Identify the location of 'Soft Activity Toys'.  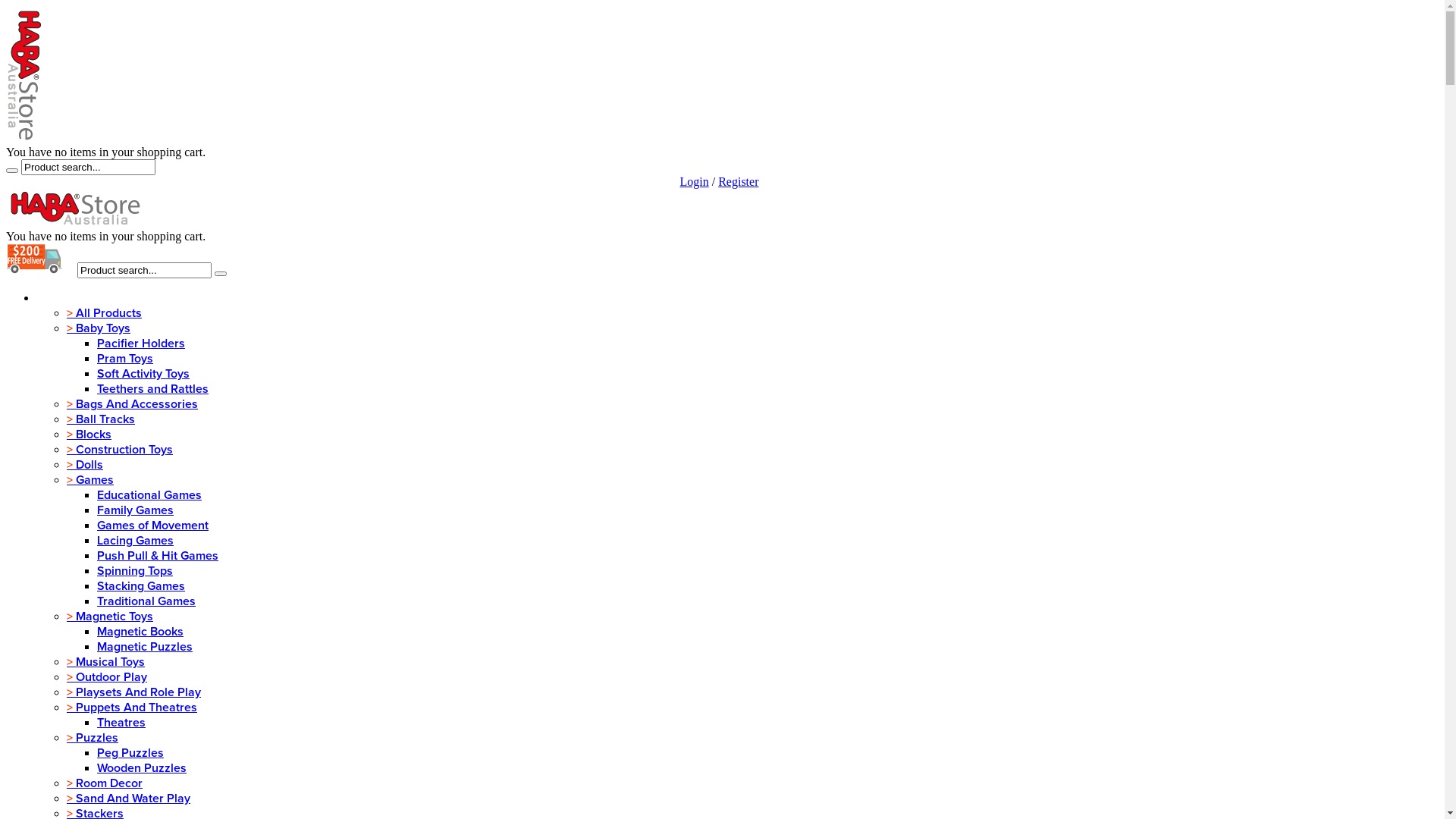
(143, 374).